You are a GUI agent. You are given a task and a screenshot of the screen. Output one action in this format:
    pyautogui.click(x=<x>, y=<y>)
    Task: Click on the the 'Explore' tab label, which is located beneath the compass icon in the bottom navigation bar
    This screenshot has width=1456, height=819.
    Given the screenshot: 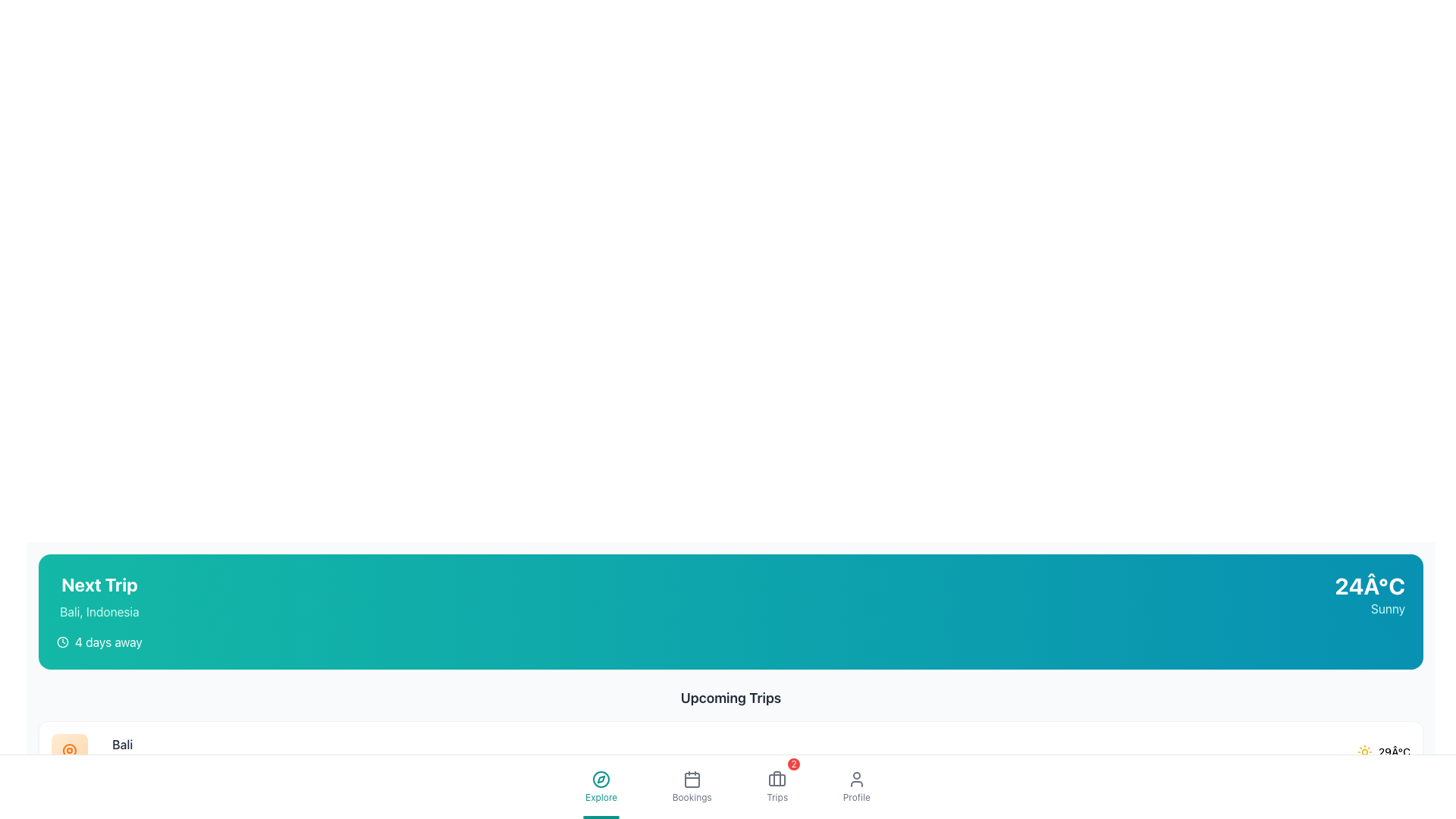 What is the action you would take?
    pyautogui.click(x=601, y=797)
    